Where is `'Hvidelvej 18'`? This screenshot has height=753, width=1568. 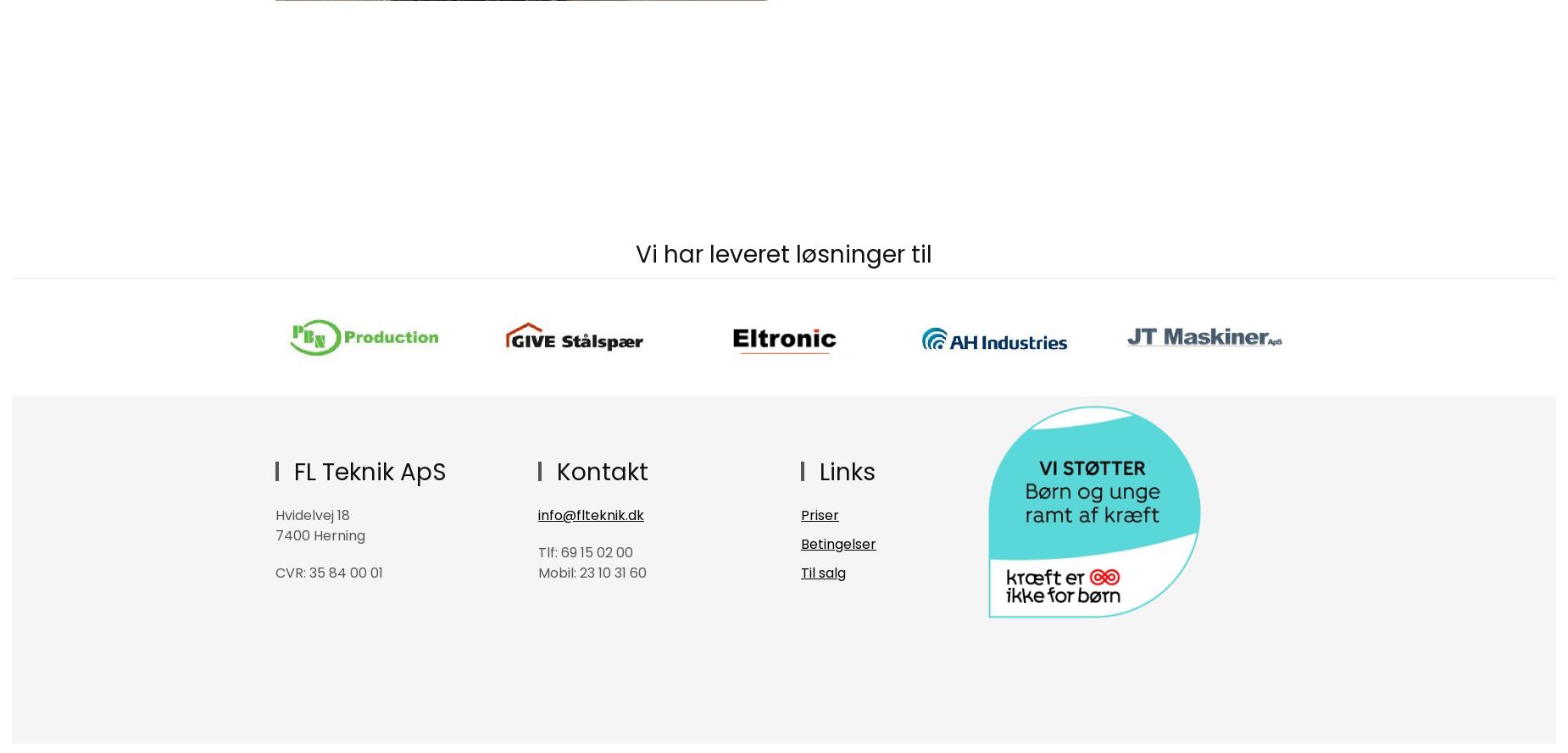 'Hvidelvej 18' is located at coordinates (312, 514).